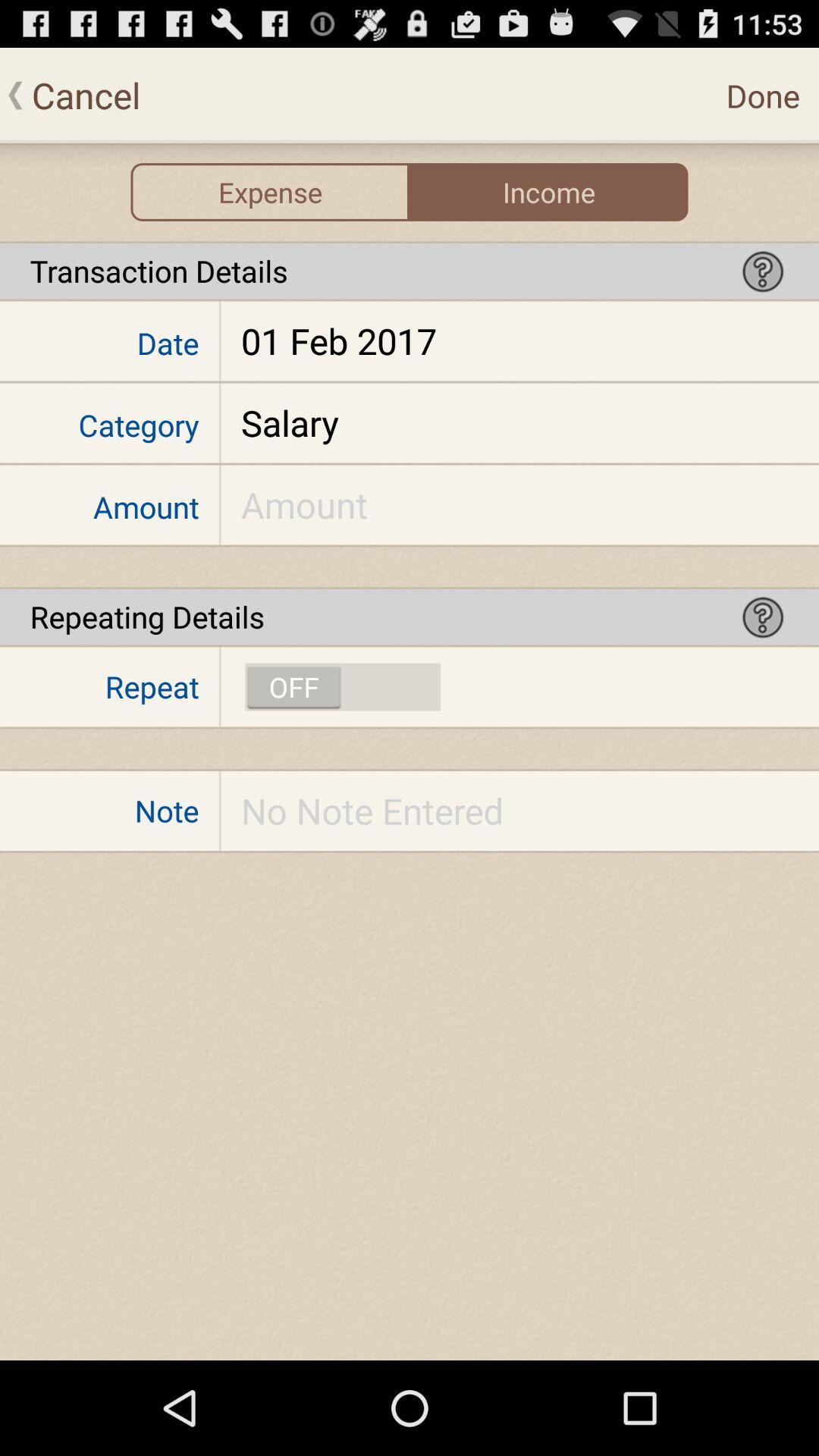 This screenshot has height=1456, width=819. I want to click on toggles repeat on/off, so click(343, 686).